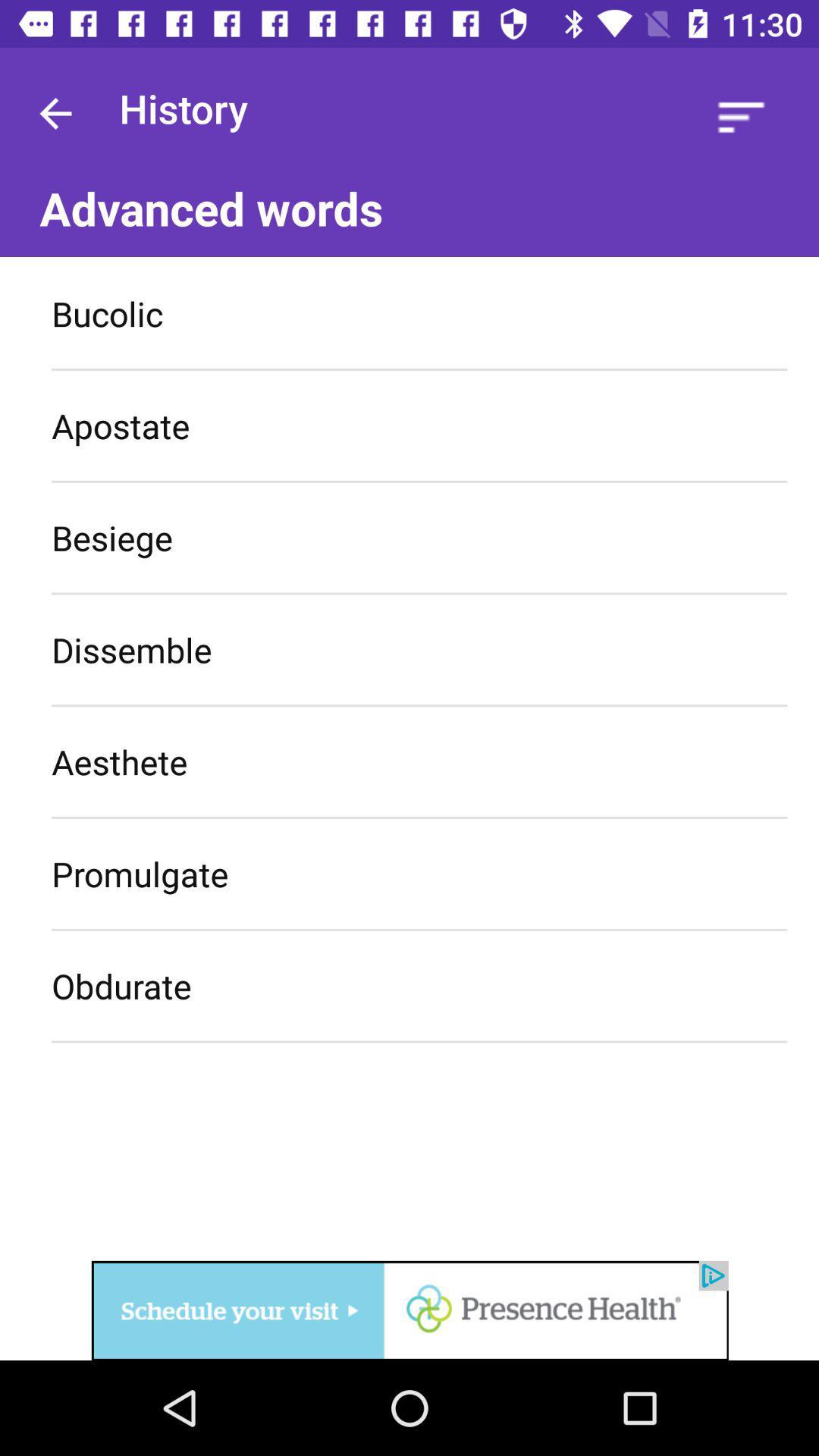 This screenshot has height=1456, width=819. I want to click on go back, so click(55, 110).